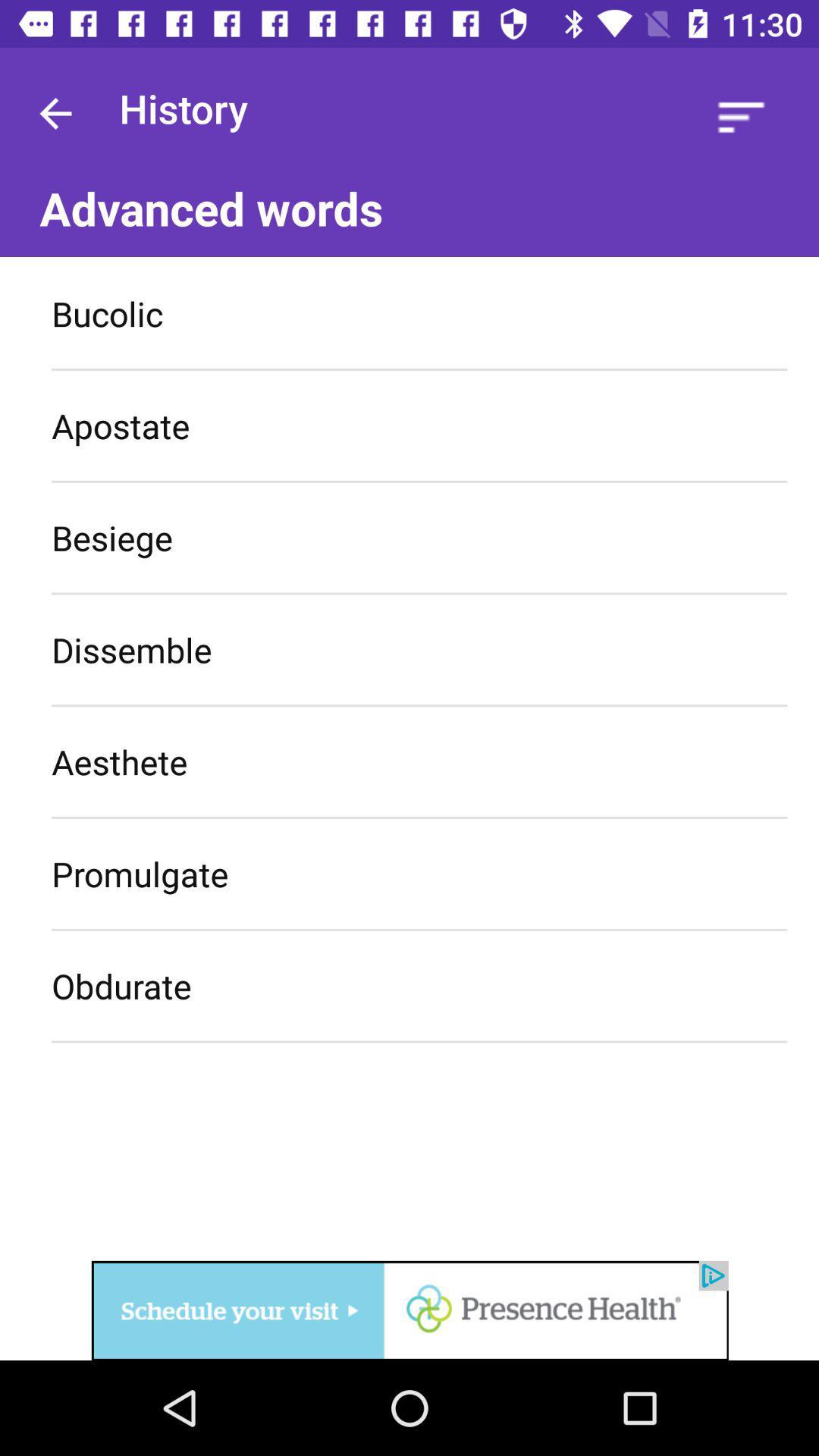 This screenshot has height=1456, width=819. I want to click on go back, so click(55, 110).